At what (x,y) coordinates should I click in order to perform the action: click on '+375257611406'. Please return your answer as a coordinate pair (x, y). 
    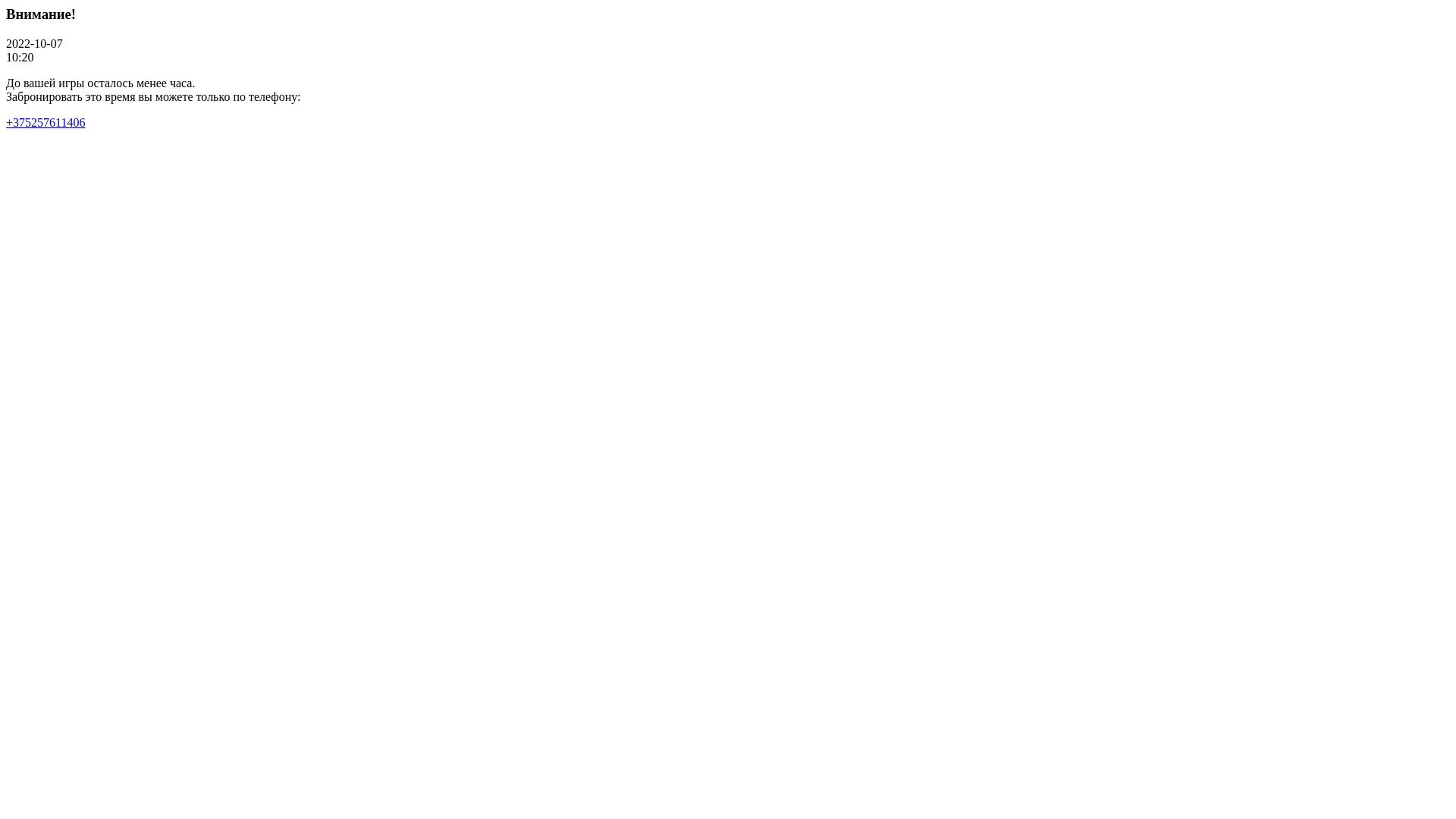
    Looking at the image, I should click on (45, 121).